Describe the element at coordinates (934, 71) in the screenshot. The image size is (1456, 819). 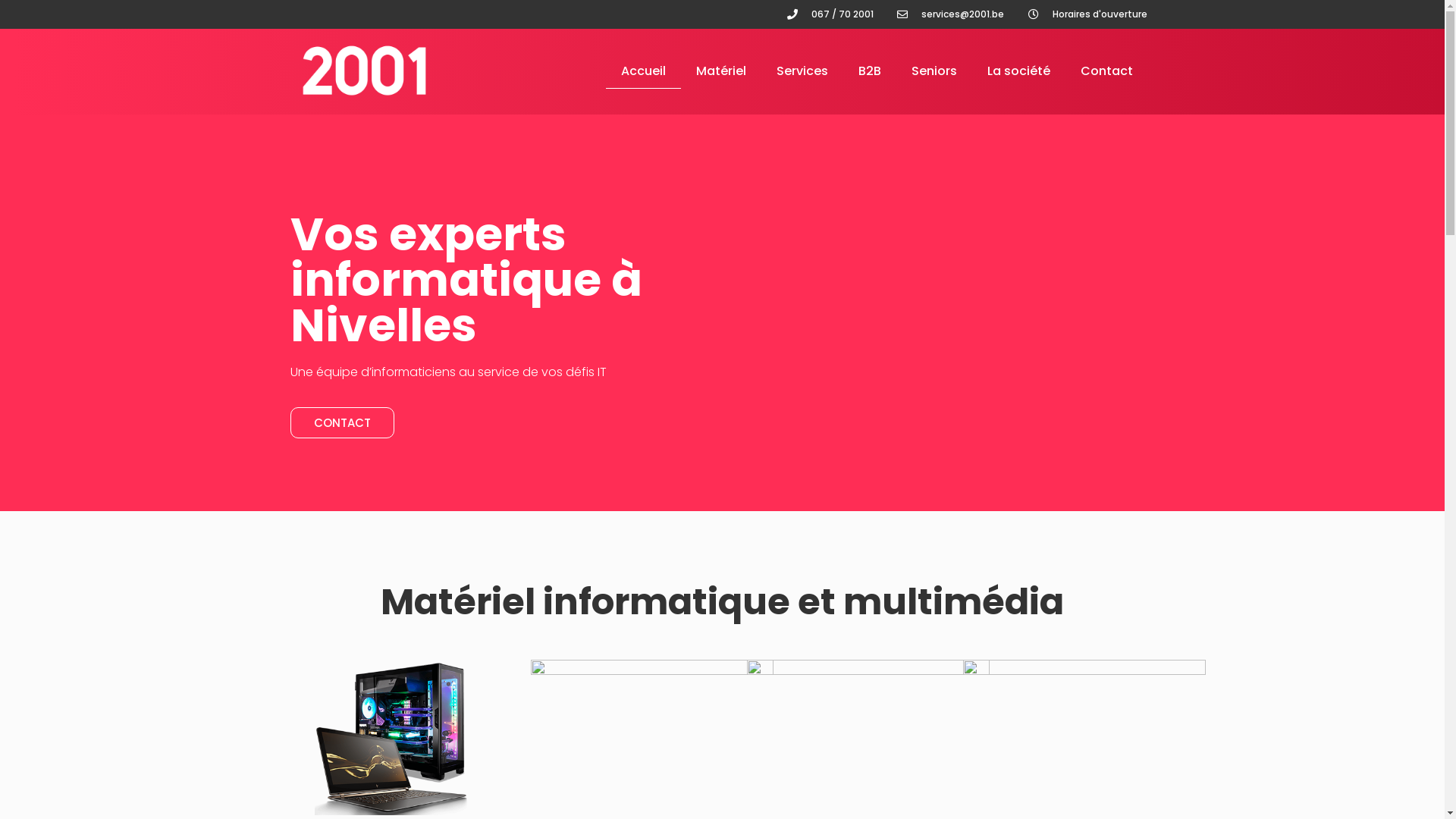
I see `'Seniors'` at that location.